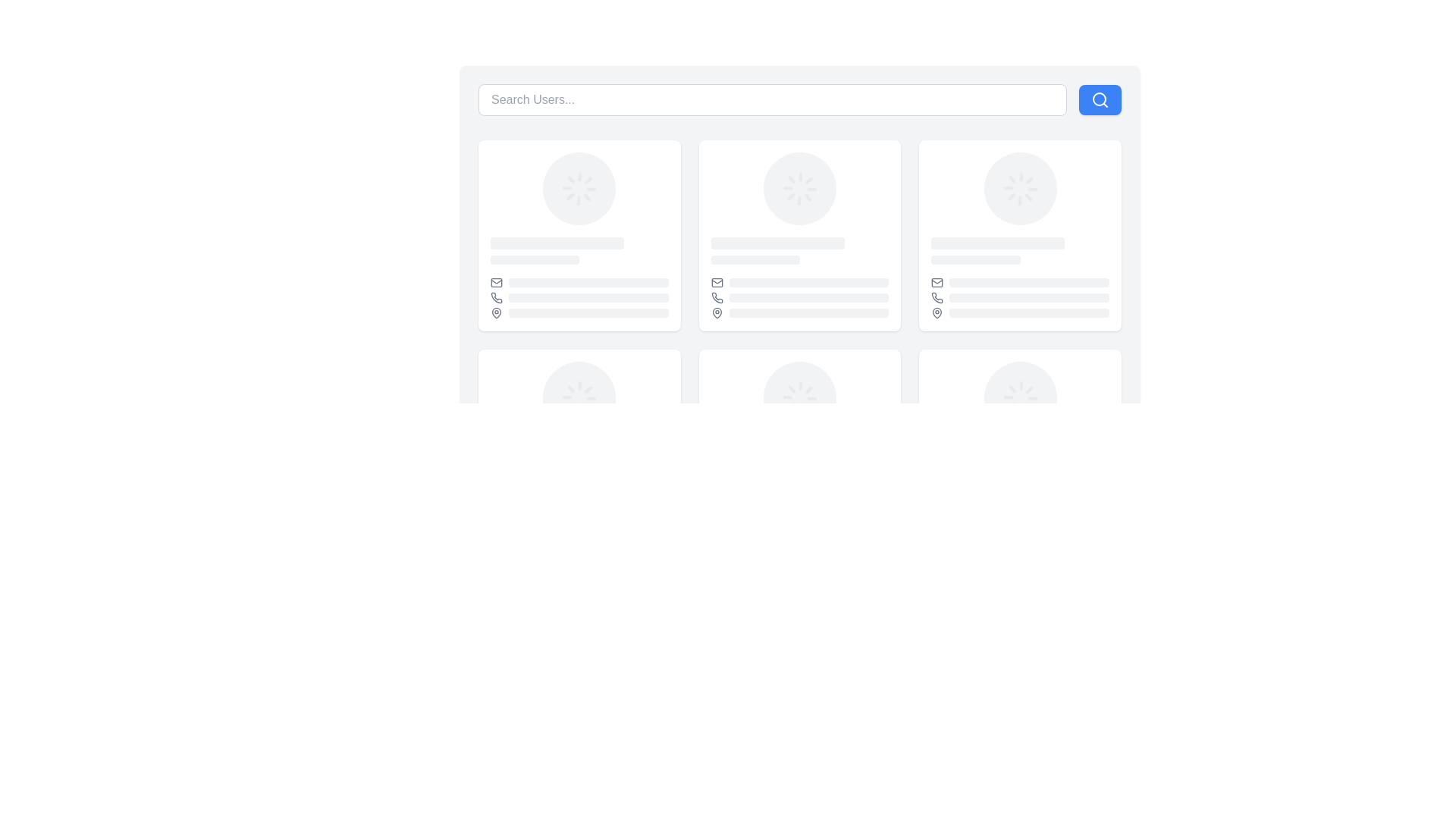  I want to click on the magnifying glass icon located within the blue rectangular button to the right of the search input box, so click(1100, 99).